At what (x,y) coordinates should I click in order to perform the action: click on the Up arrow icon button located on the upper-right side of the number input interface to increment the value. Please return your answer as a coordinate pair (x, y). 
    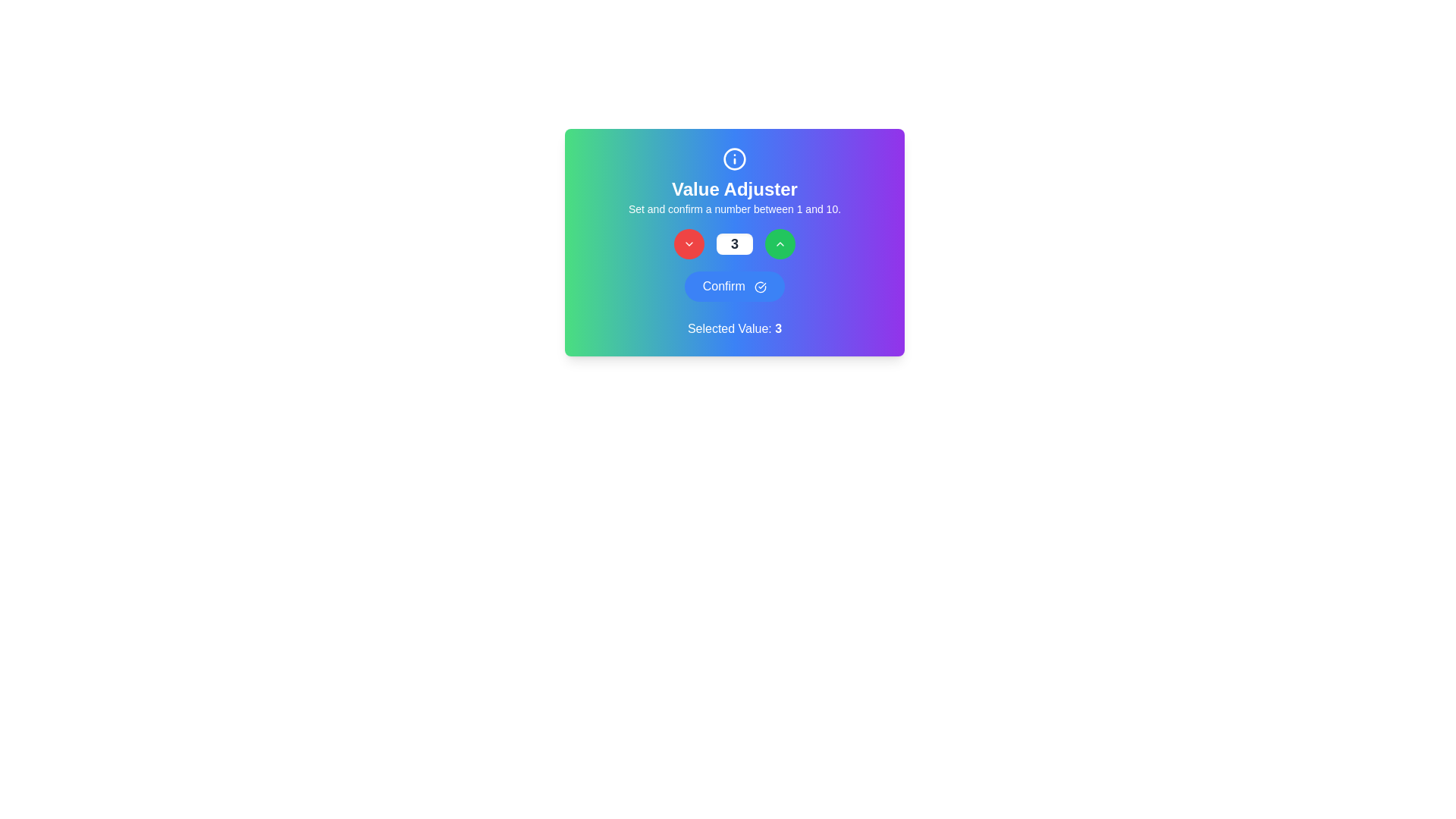
    Looking at the image, I should click on (780, 243).